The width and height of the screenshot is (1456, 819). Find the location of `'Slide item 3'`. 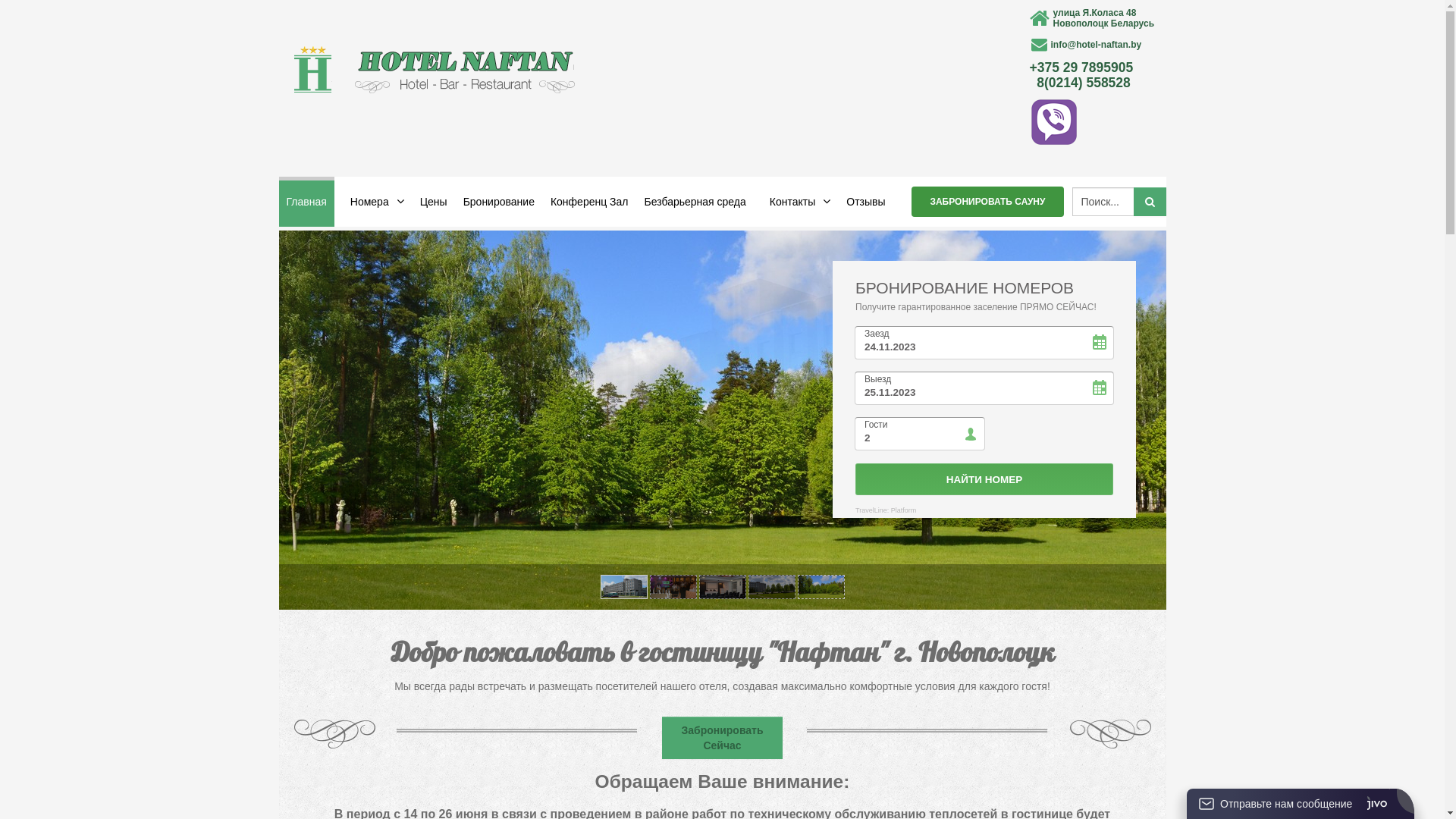

'Slide item 3' is located at coordinates (720, 586).